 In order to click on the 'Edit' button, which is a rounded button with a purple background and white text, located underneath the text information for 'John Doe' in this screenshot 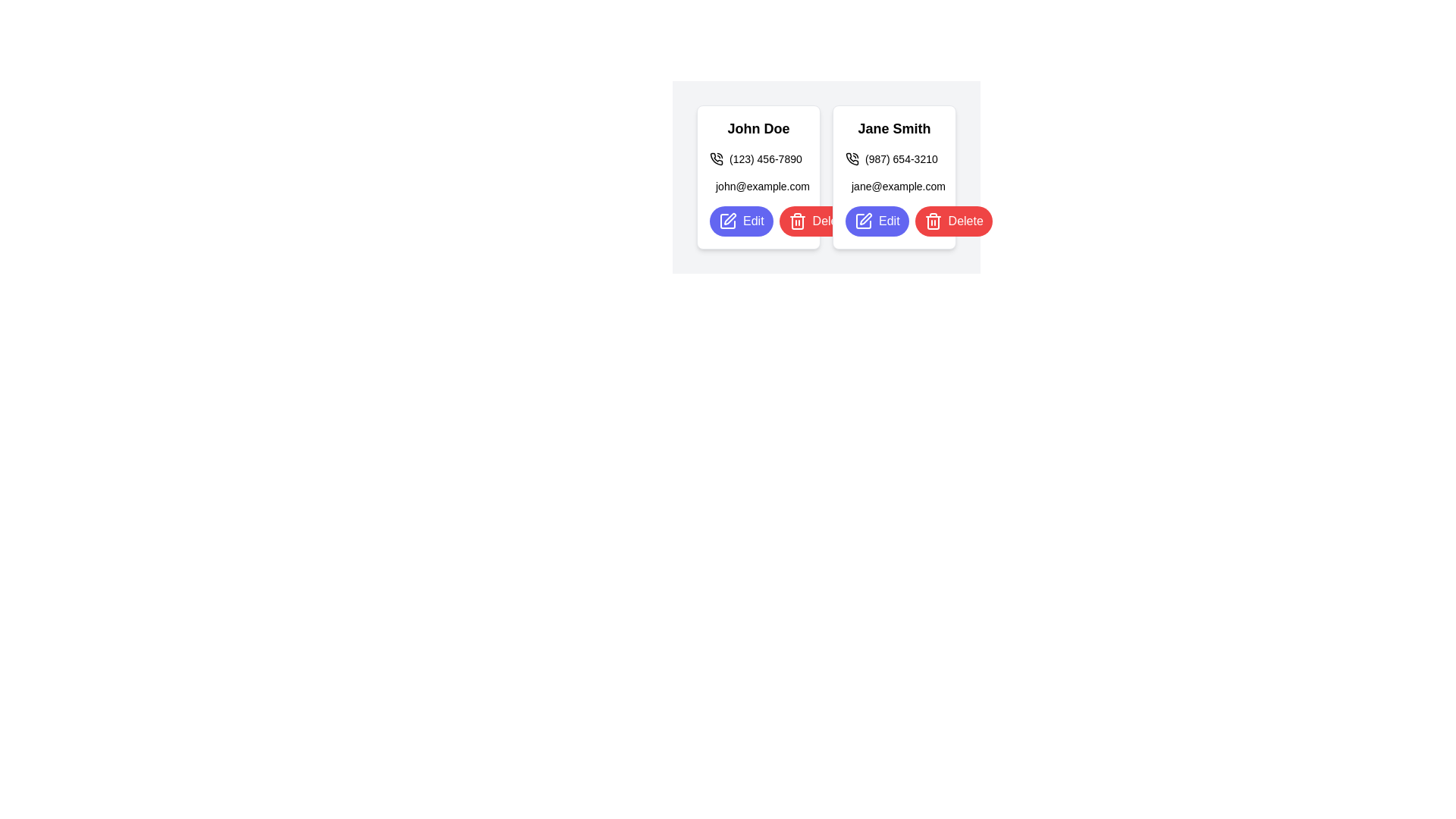, I will do `click(741, 221)`.